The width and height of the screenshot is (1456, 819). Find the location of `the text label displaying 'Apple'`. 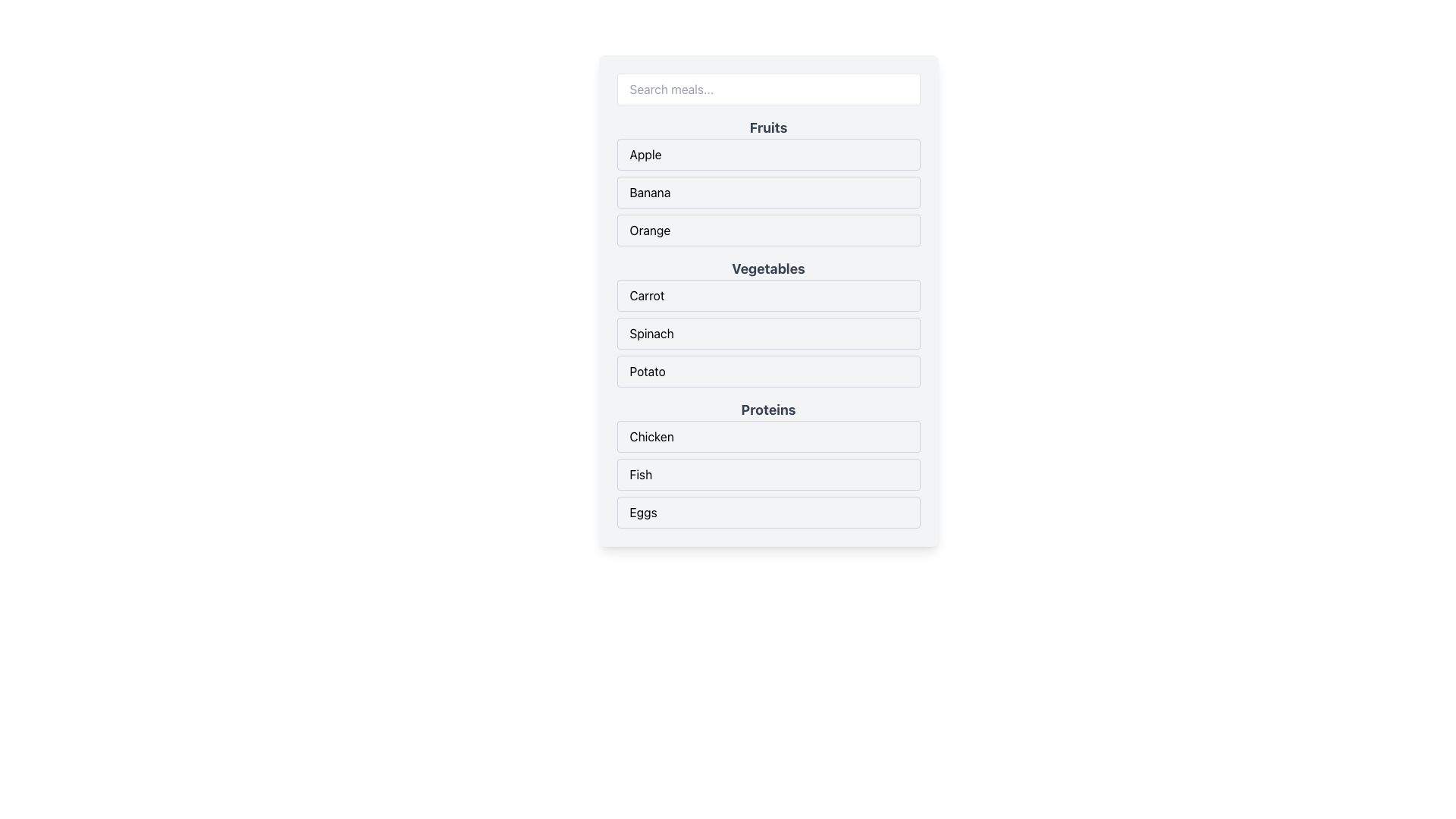

the text label displaying 'Apple' is located at coordinates (645, 155).